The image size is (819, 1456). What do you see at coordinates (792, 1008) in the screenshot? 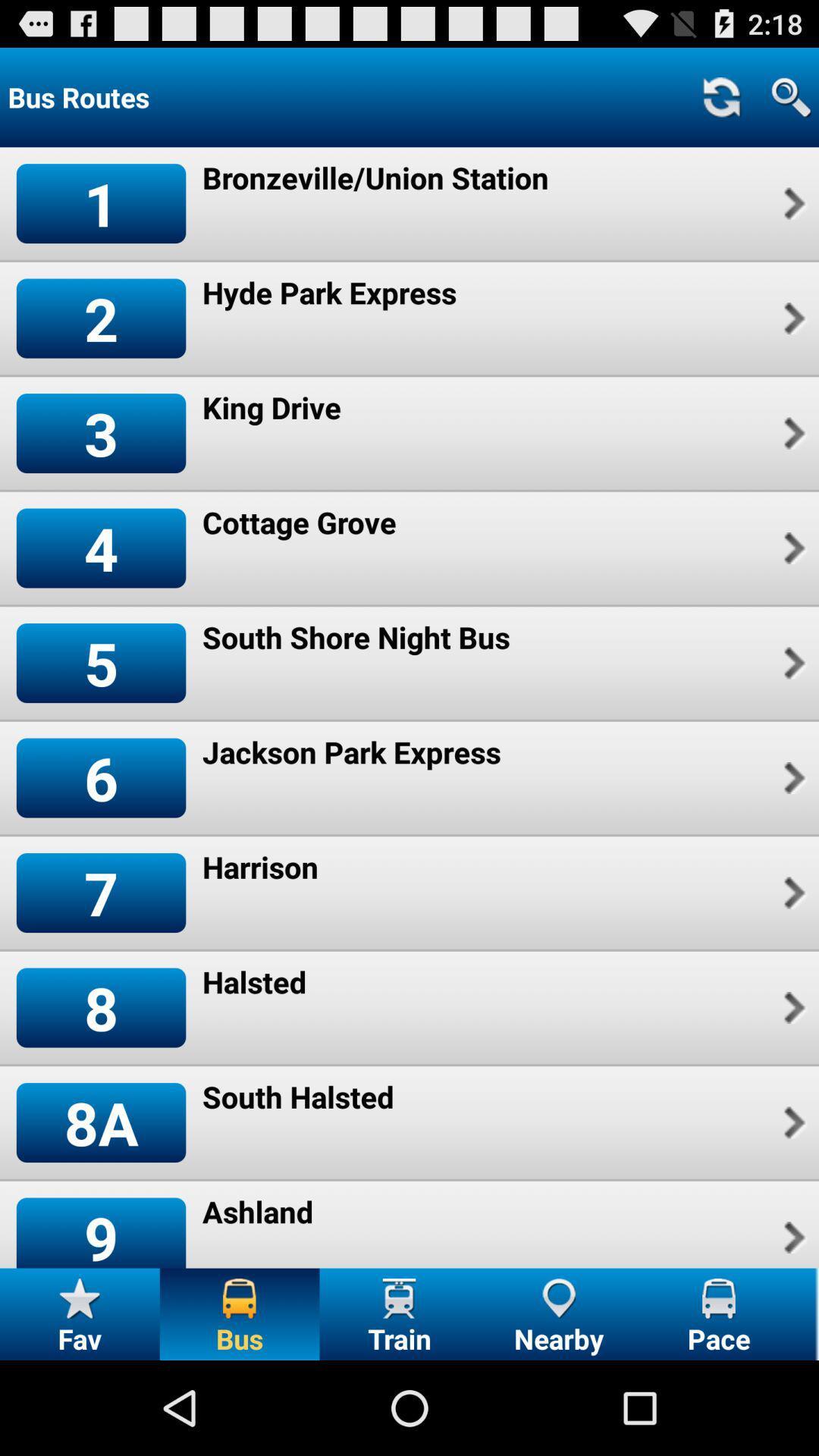
I see `item next to halsted app` at bounding box center [792, 1008].